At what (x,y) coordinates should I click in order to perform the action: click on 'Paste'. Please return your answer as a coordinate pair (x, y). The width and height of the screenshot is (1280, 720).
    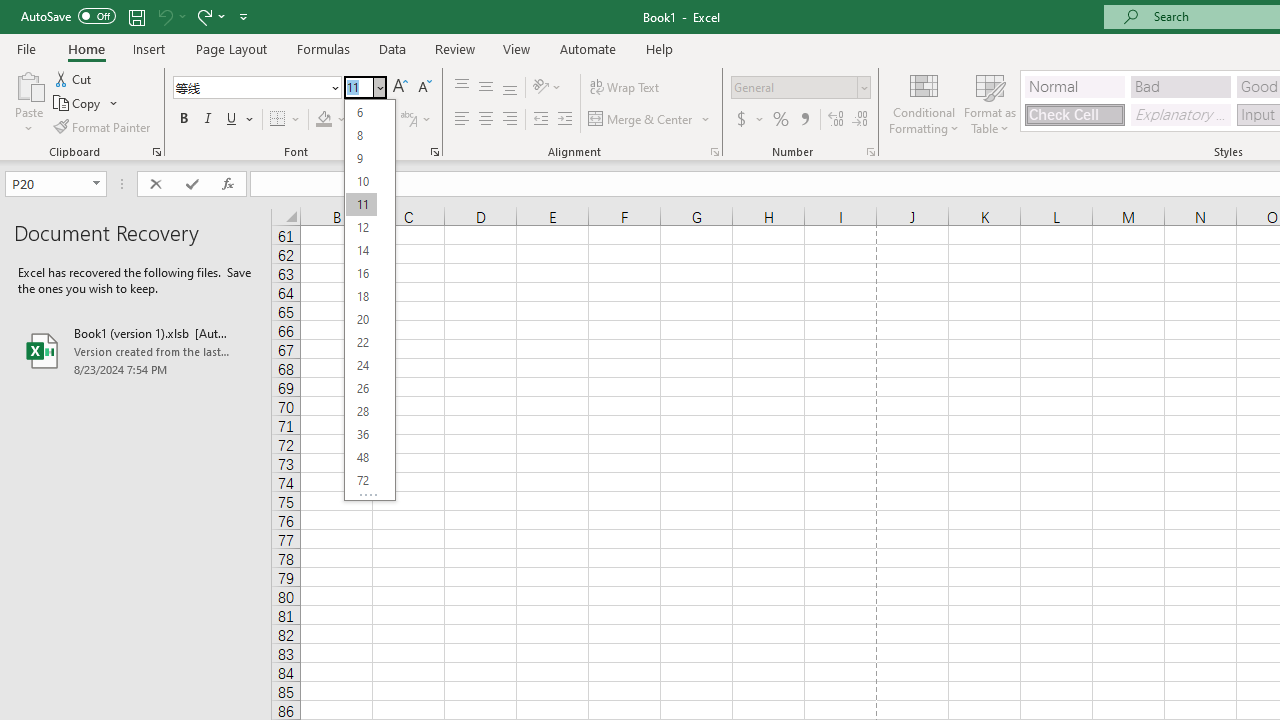
    Looking at the image, I should click on (28, 103).